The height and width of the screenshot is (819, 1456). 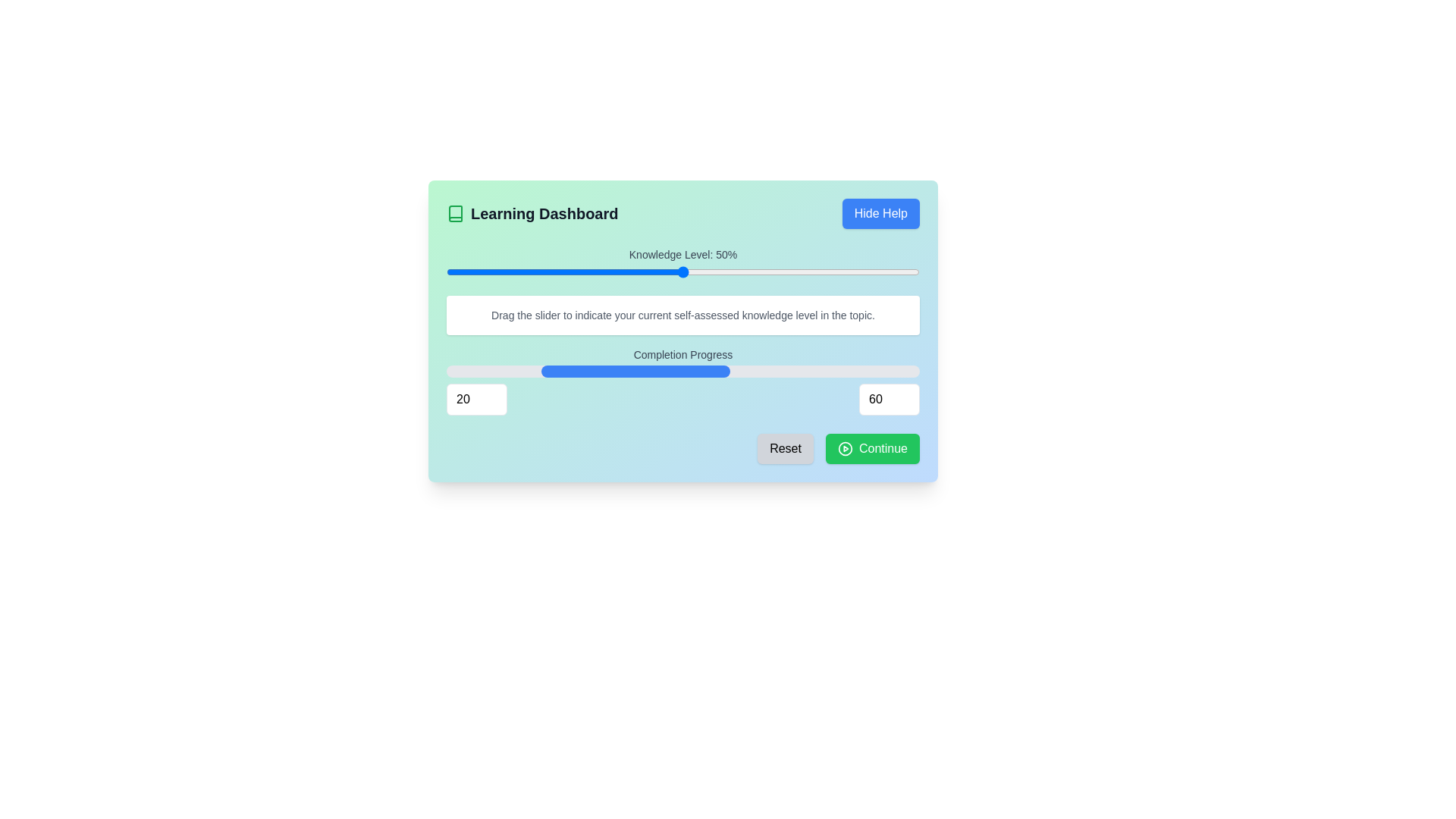 What do you see at coordinates (682, 380) in the screenshot?
I see `the progress level in the progress bar of the 'Completion Progress' section, which consists of a title, a progress bar, and two input fields for numerical values` at bounding box center [682, 380].